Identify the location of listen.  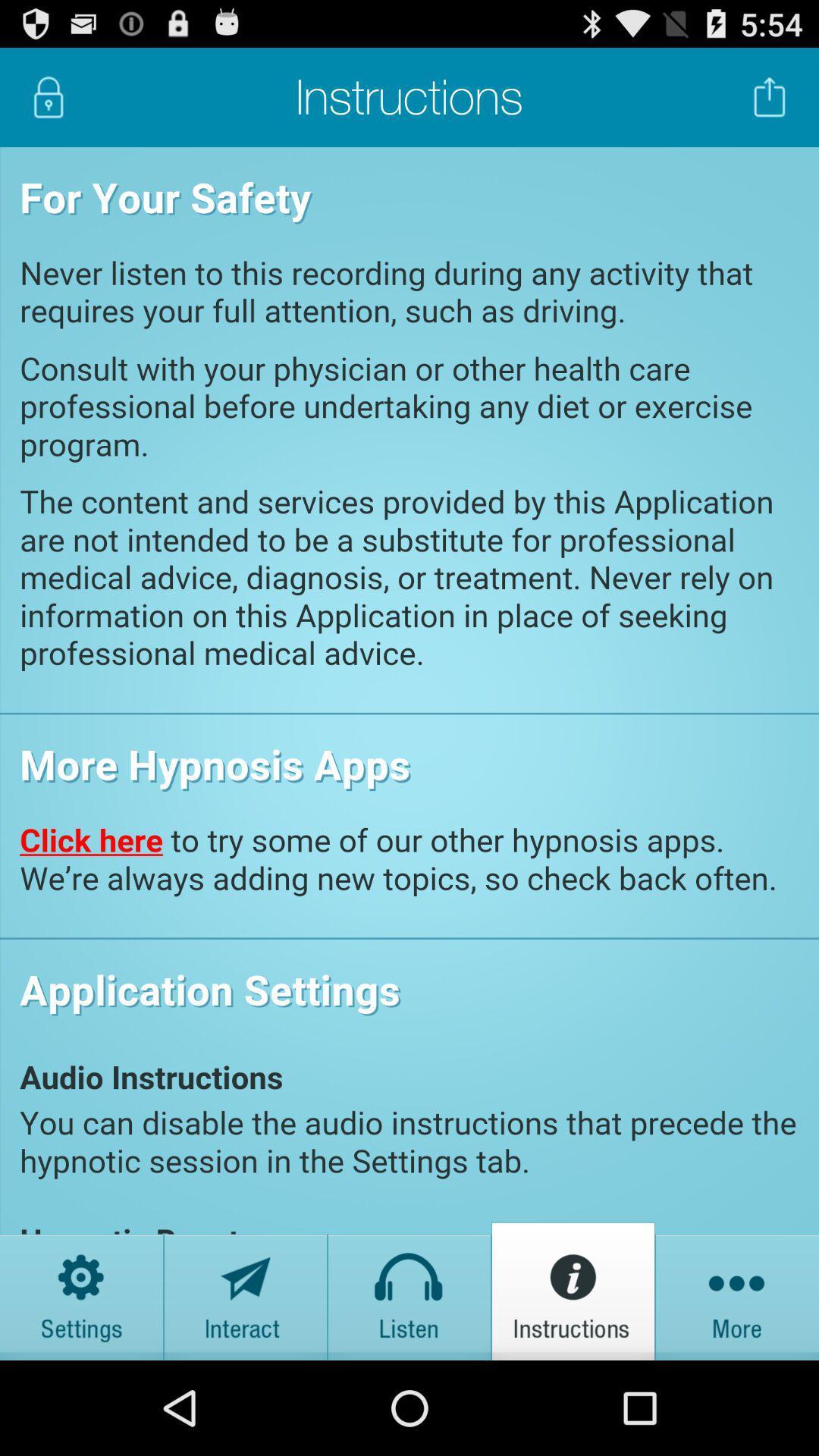
(409, 1290).